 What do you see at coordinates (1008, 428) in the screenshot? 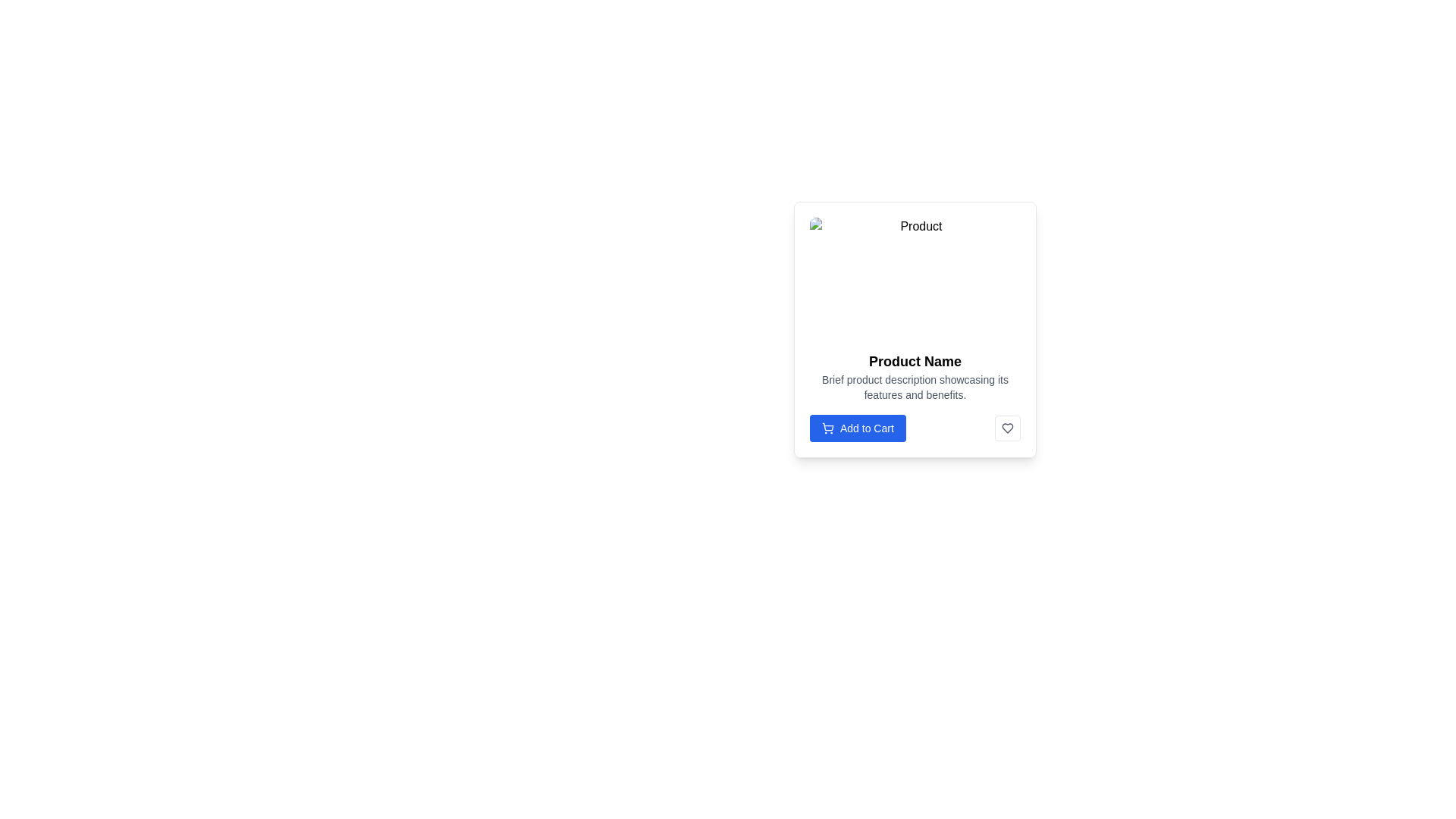
I see `the heart icon representing the 'favorite' or 'like' function located at the bottom-right corner of the card-like component` at bounding box center [1008, 428].